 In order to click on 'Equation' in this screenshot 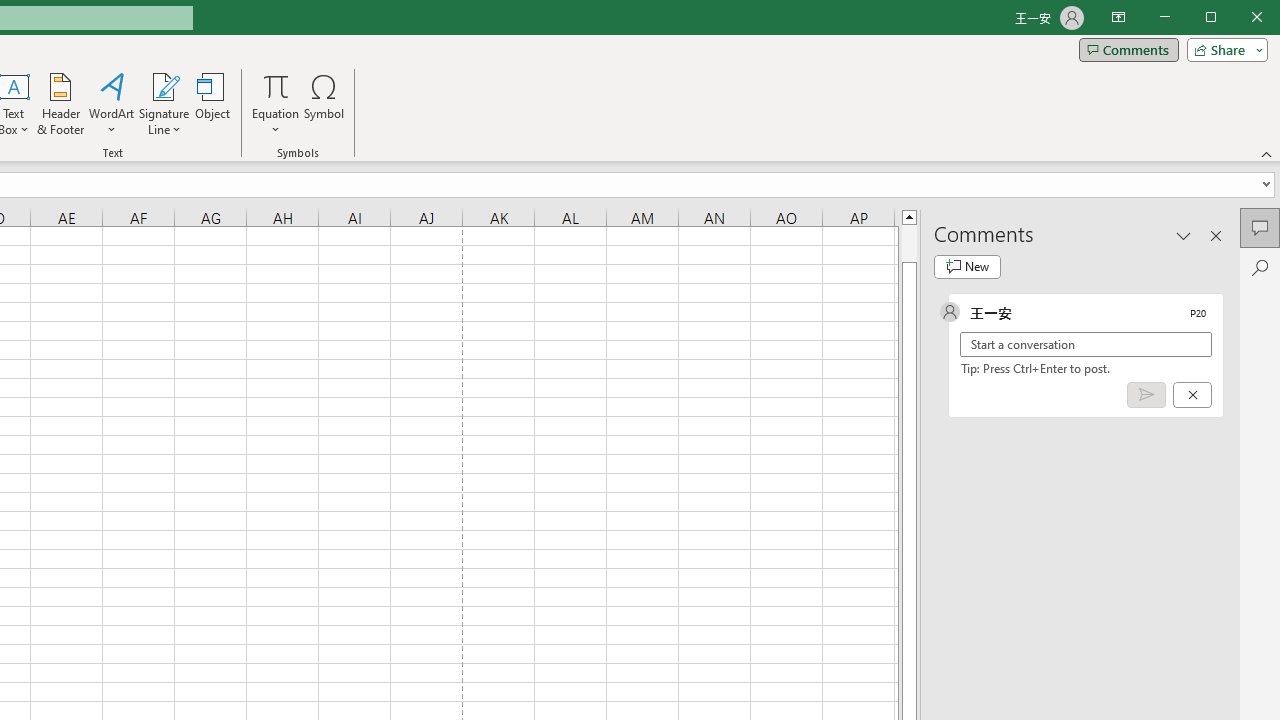, I will do `click(274, 85)`.